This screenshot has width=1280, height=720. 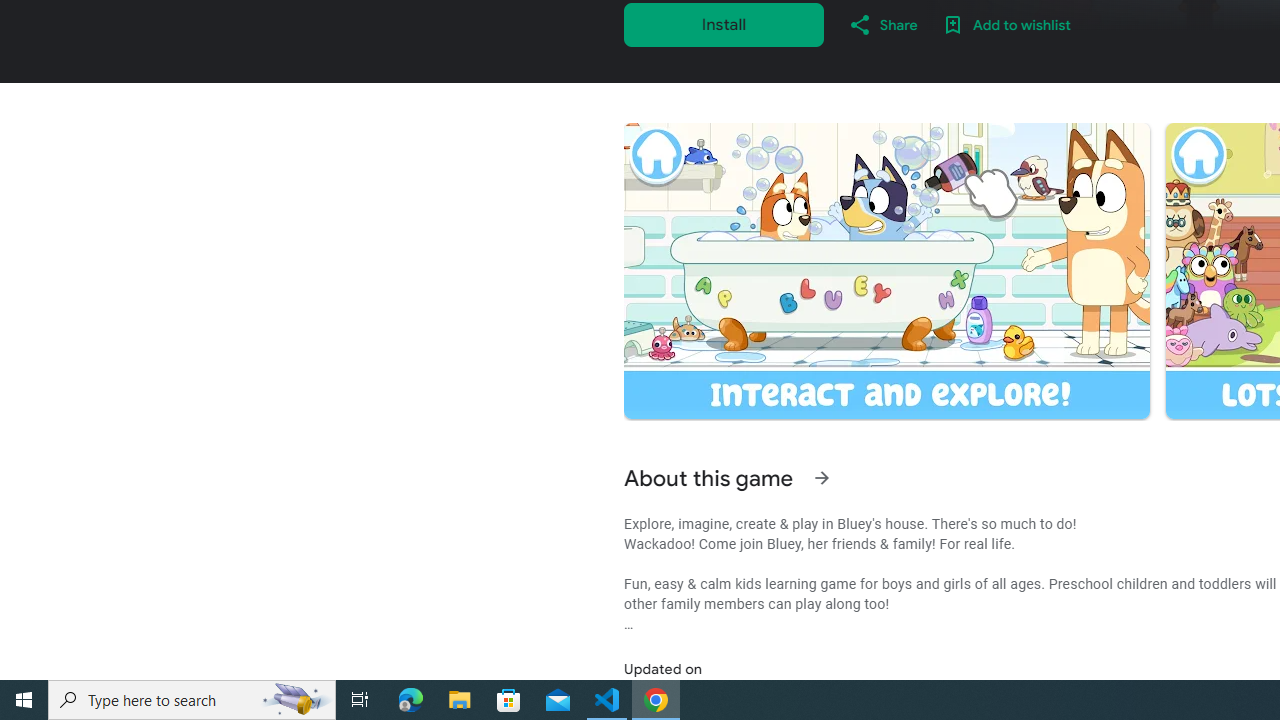 I want to click on 'See more information on About this game', so click(x=821, y=478).